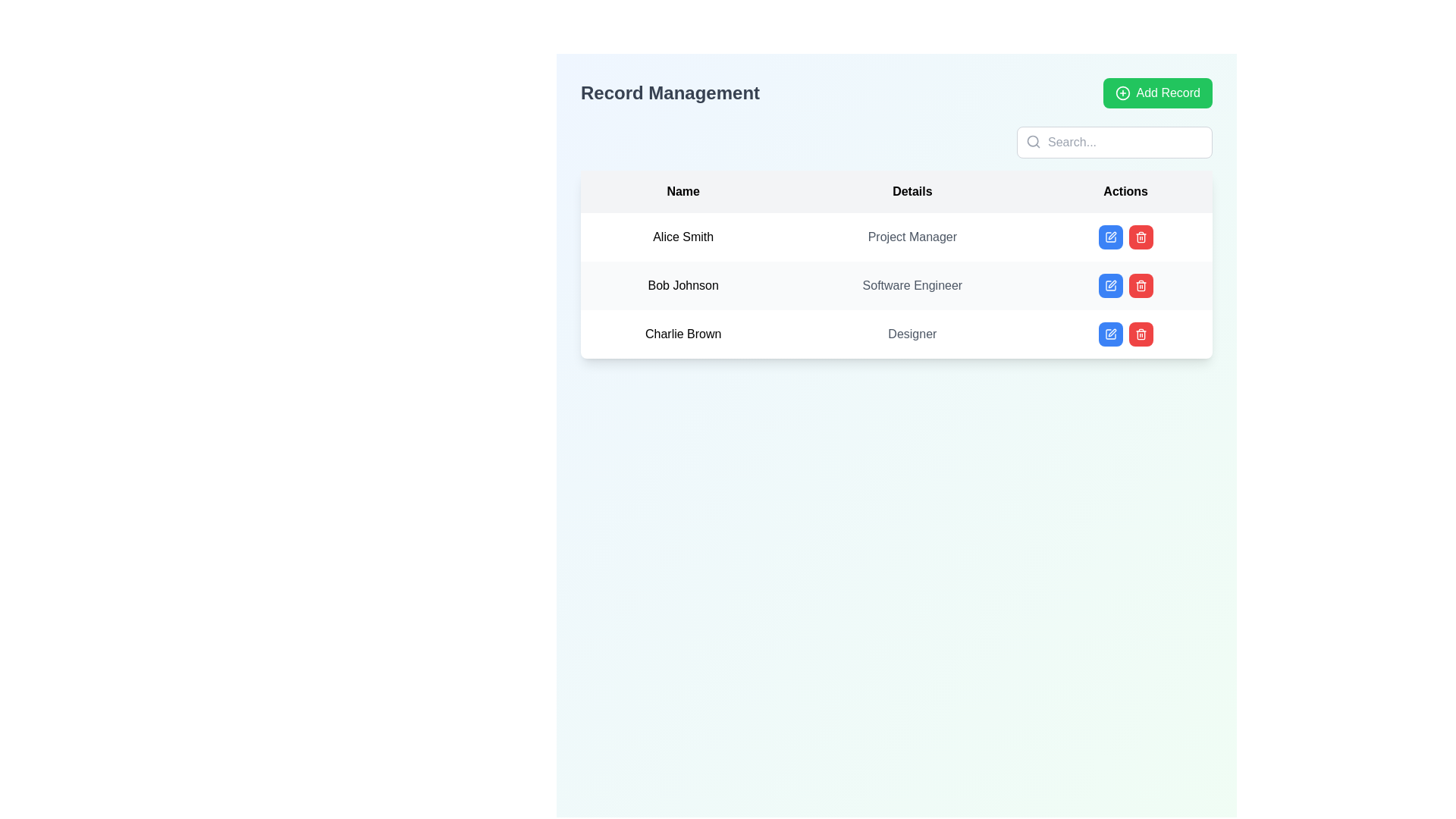 This screenshot has width=1456, height=819. I want to click on and interpret the text content of the third row in the table, which is positioned between the 'Bob Johnson' row and any rows below it, under the 'Name' and 'Details' columns, so click(896, 333).